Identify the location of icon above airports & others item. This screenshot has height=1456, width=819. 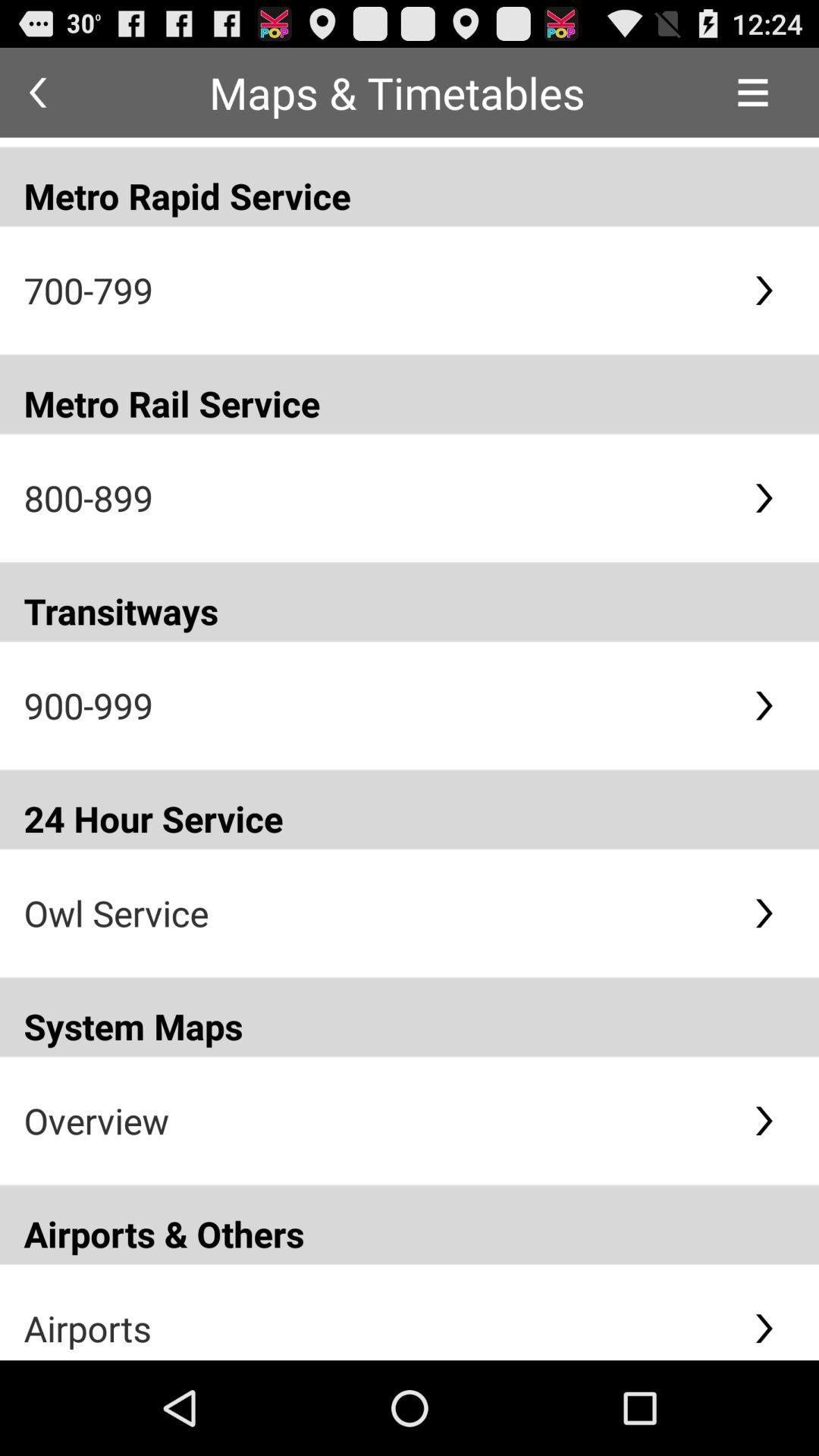
(375, 1120).